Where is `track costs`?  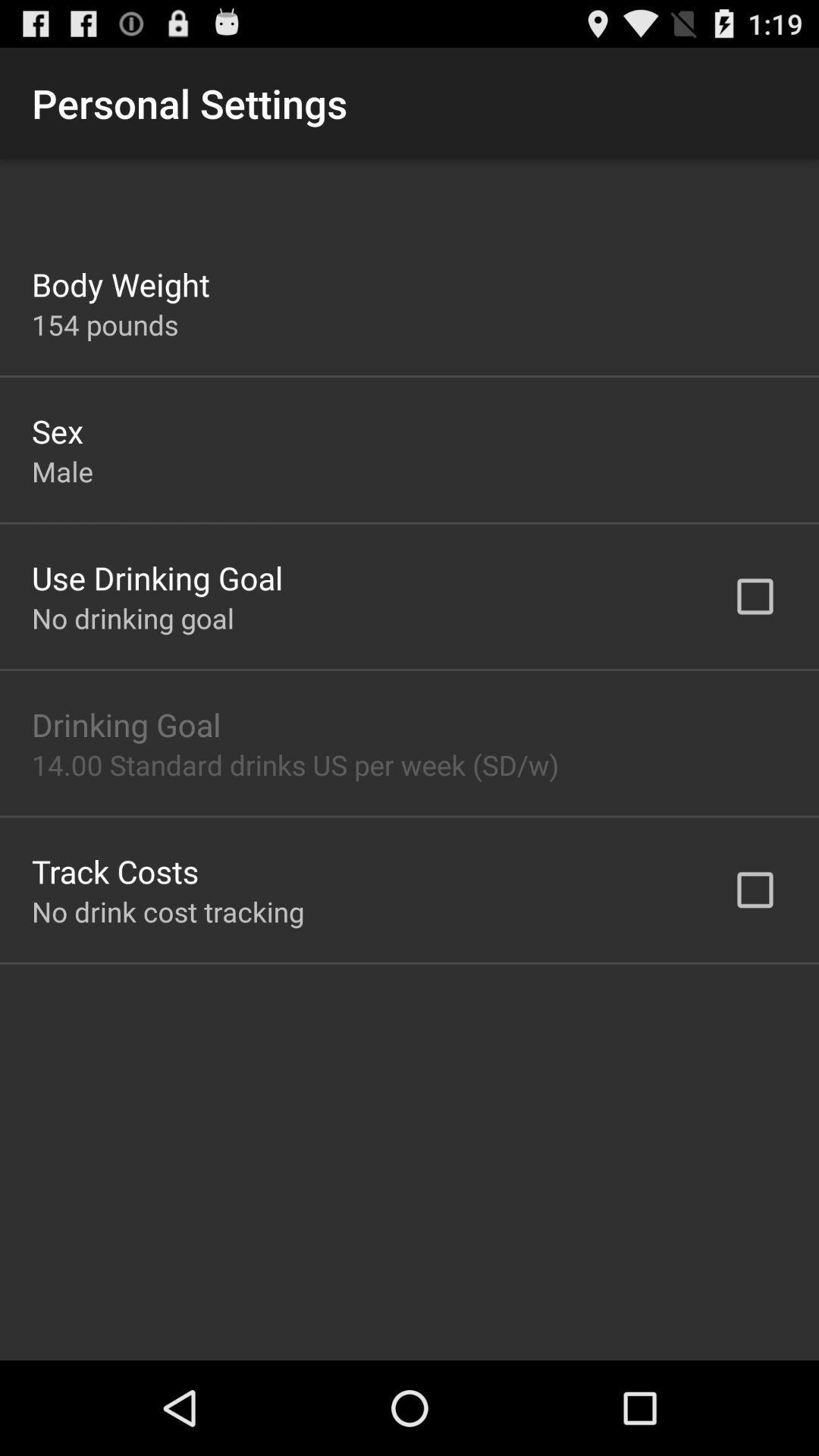 track costs is located at coordinates (115, 871).